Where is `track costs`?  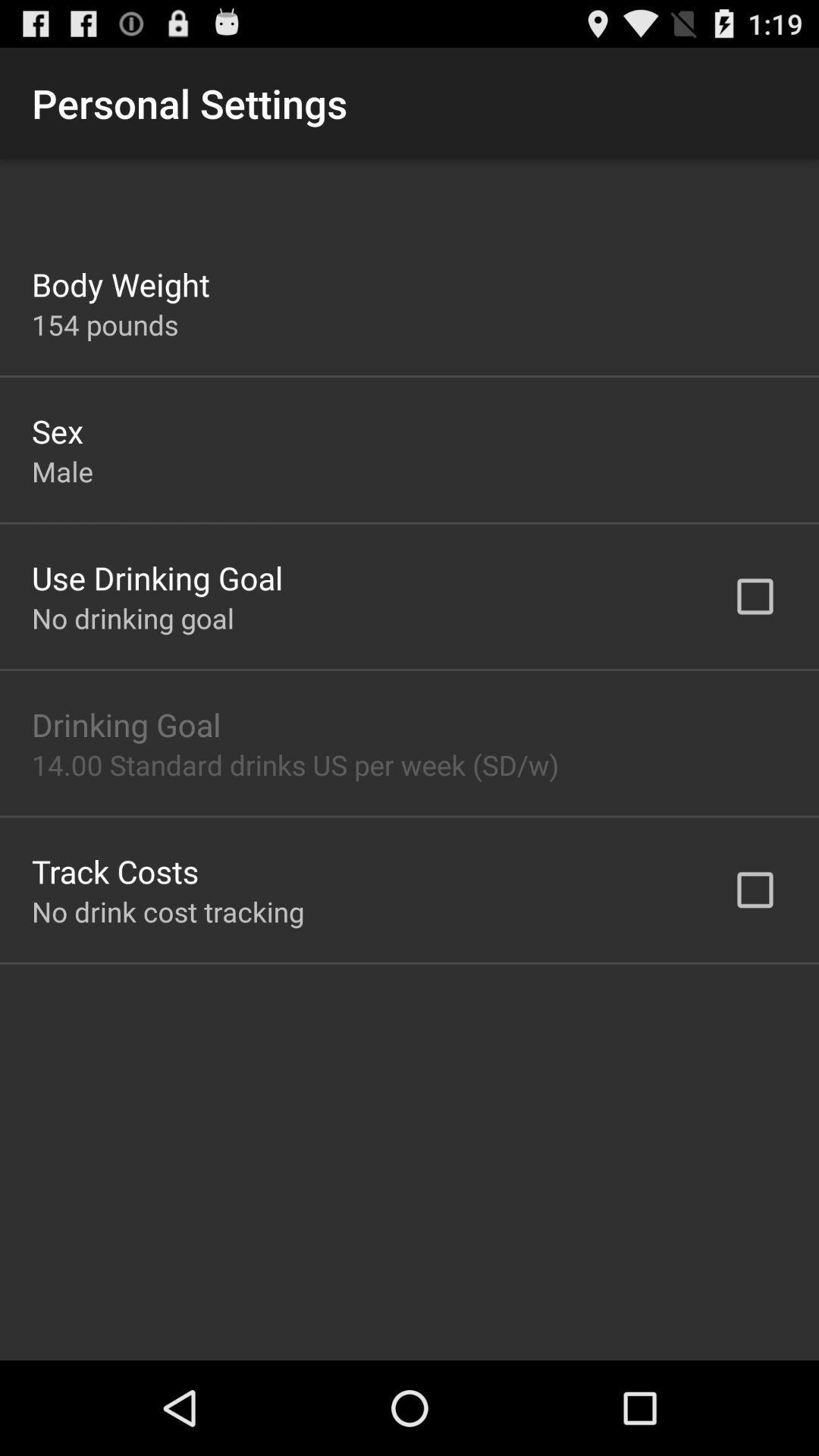 track costs is located at coordinates (115, 871).